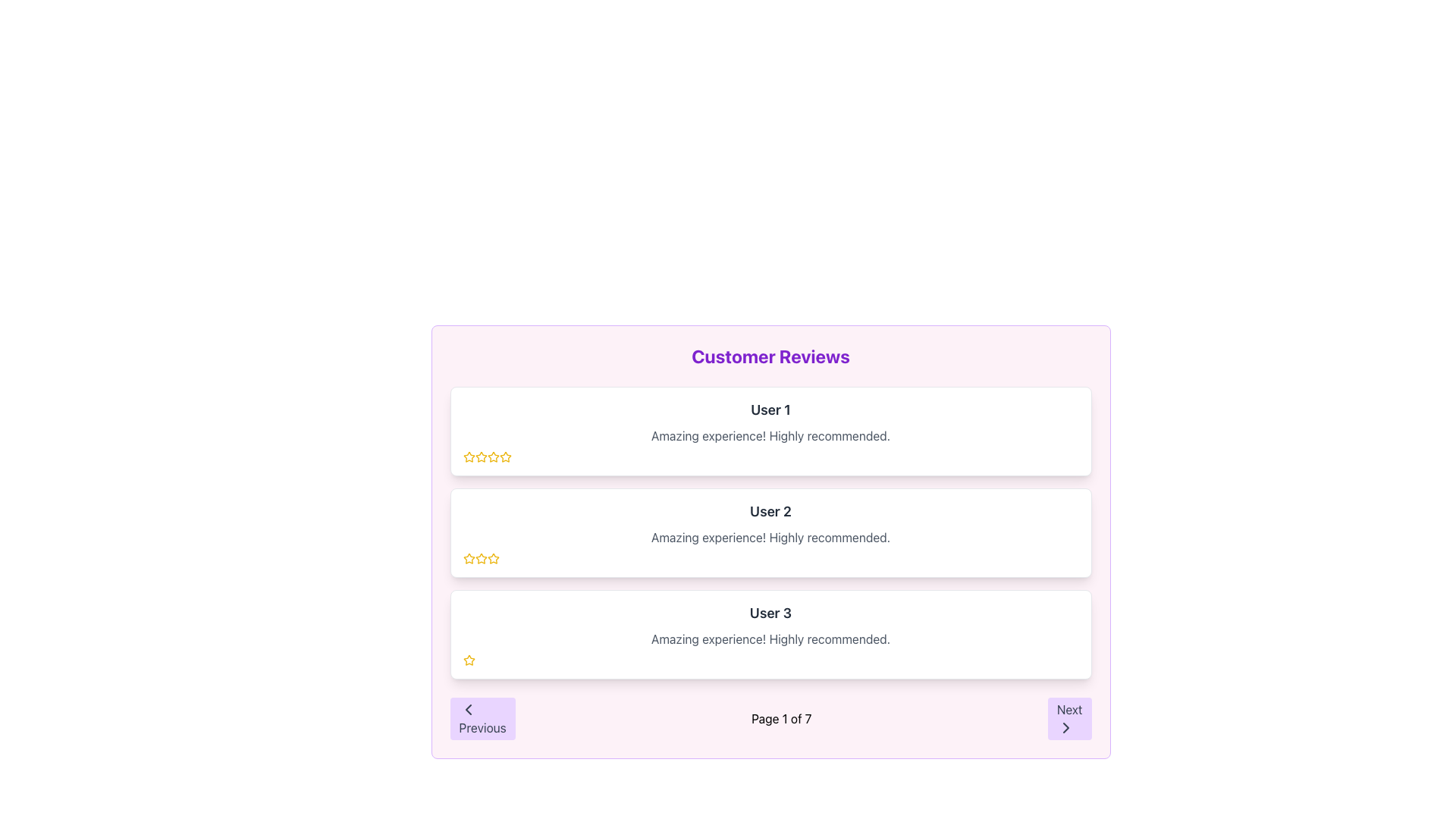  Describe the element at coordinates (468, 456) in the screenshot. I see `the first star in the rating bar of the first review section` at that location.